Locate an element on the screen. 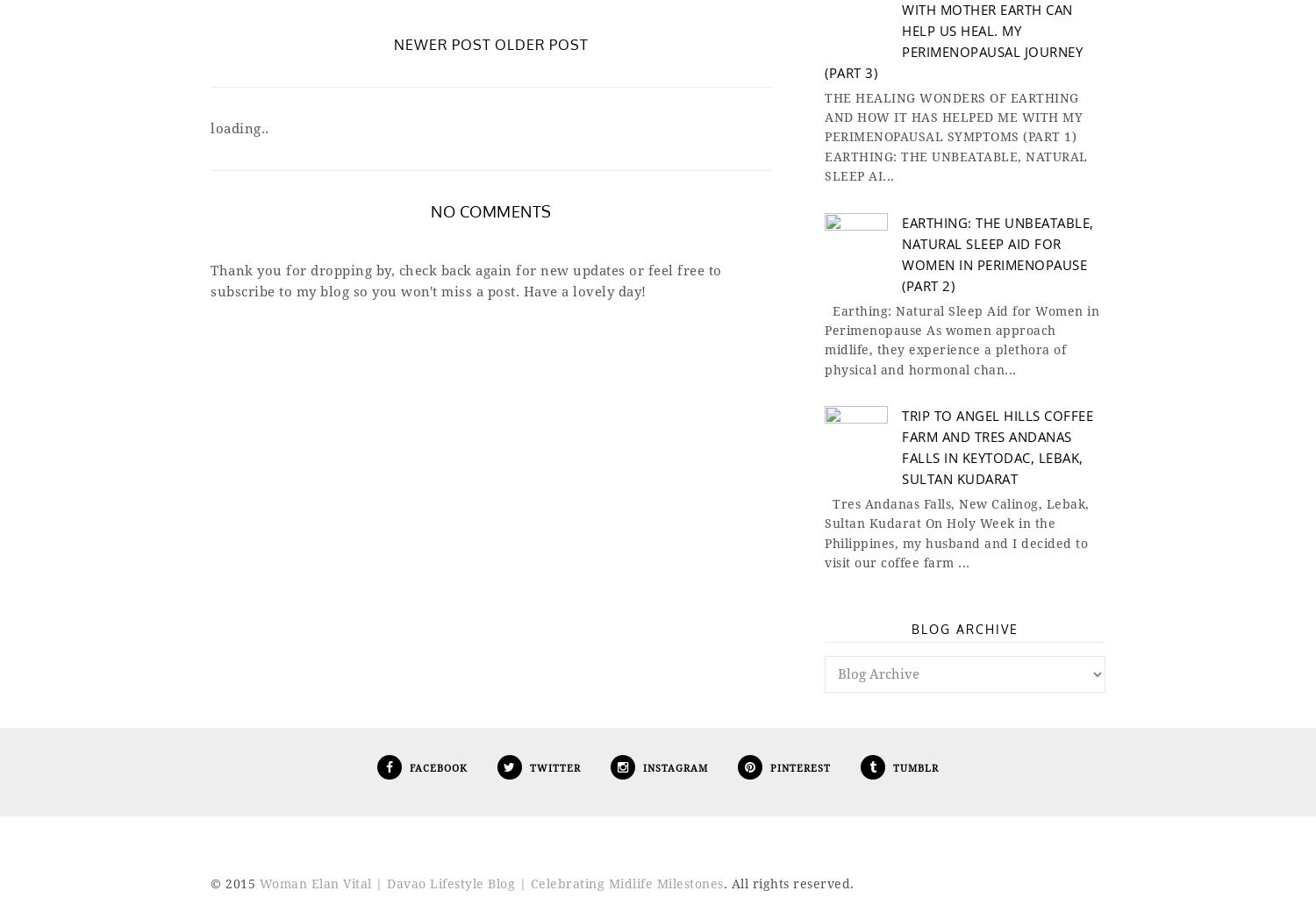  'Earthing: The Unbeatable, Natural Sleep Aid for Women in Perimenopause (Part 2)' is located at coordinates (998, 253).